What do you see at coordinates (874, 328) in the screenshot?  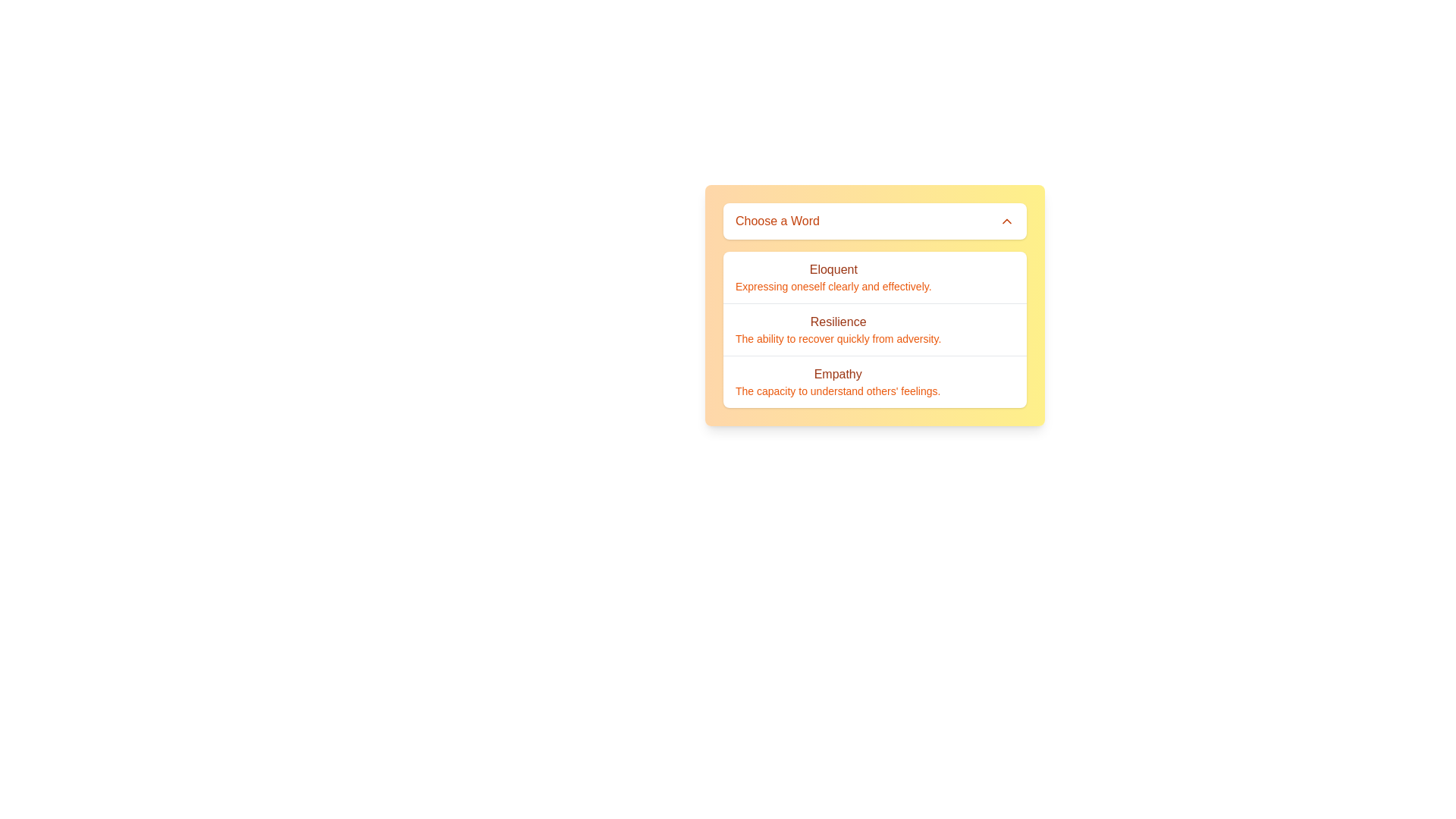 I see `the selectable list item labeled 'Resilience' which is the second item` at bounding box center [874, 328].